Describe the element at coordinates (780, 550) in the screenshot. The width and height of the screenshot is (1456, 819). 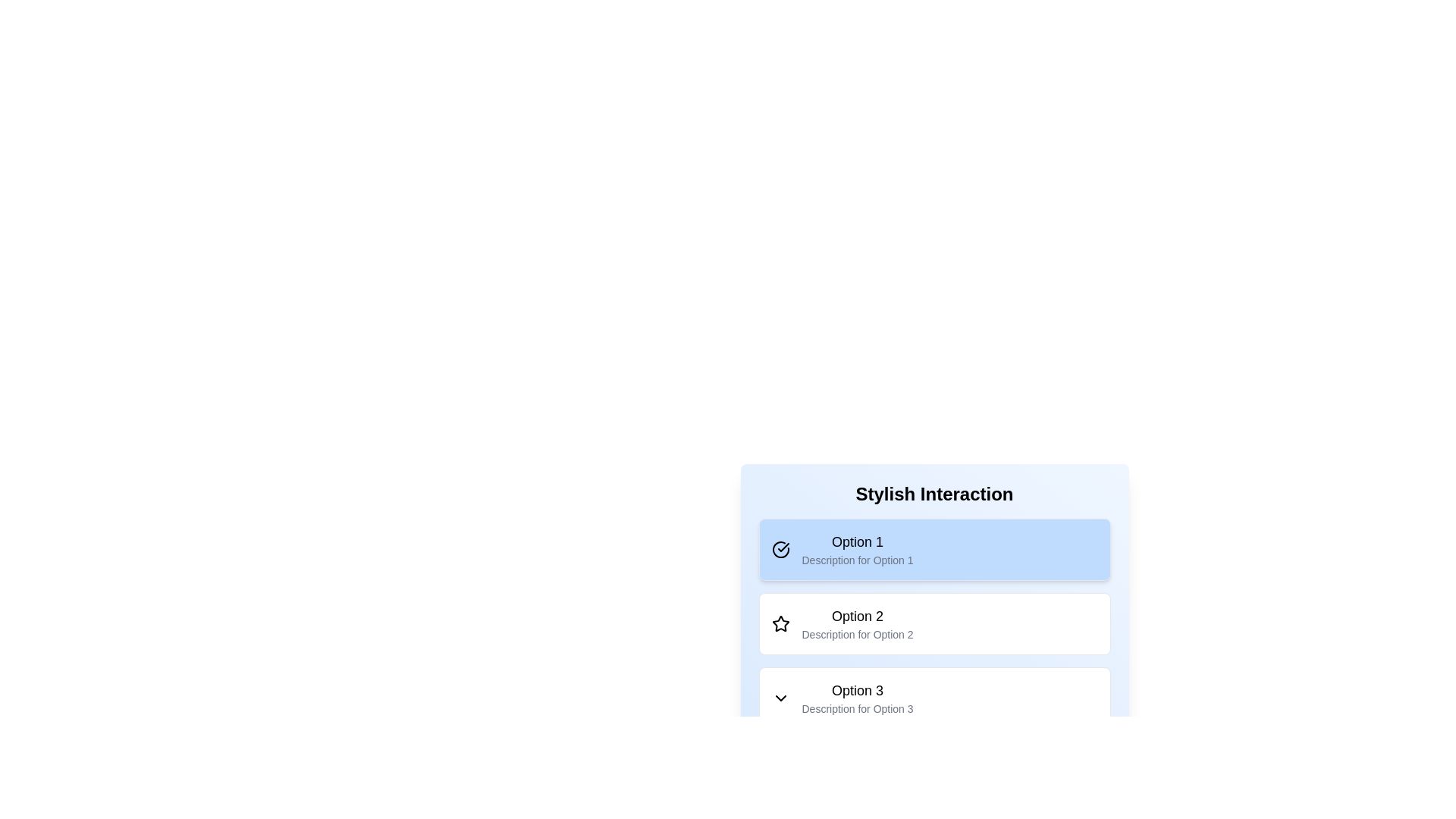
I see `the icon associated with Option 1 to toggle its selection` at that location.